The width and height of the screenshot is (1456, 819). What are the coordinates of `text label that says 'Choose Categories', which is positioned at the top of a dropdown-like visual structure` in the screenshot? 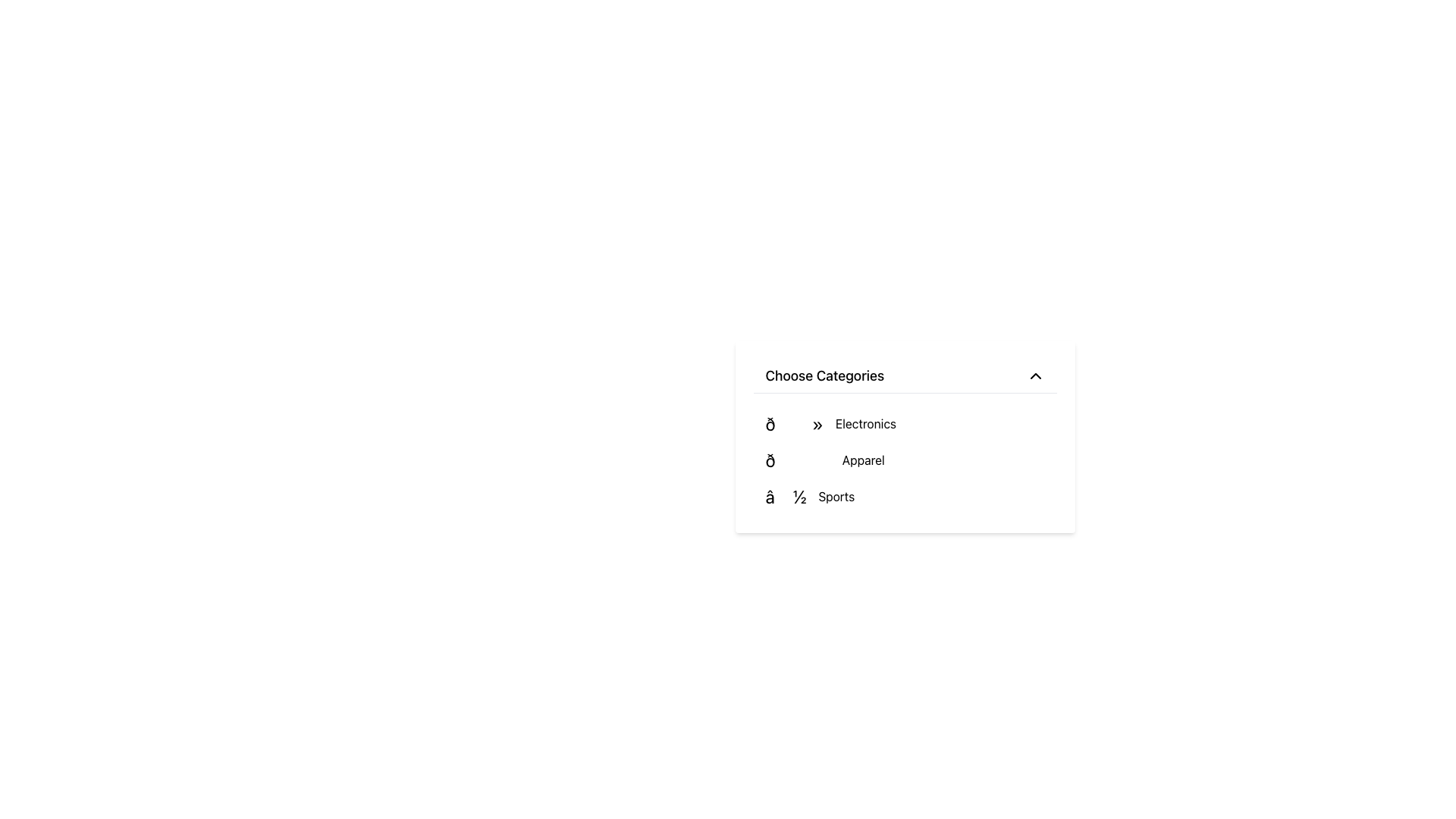 It's located at (824, 375).